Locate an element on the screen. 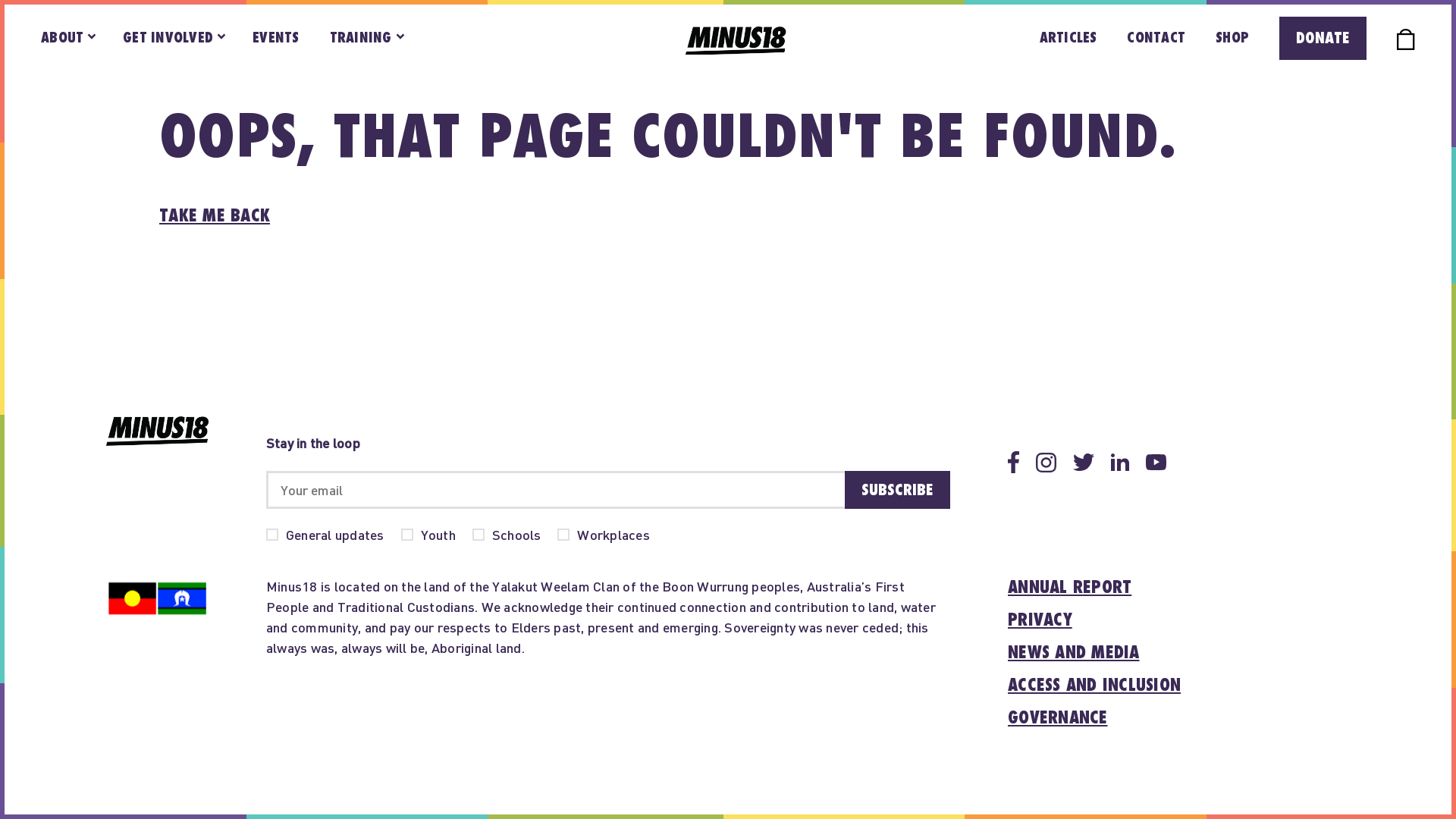 This screenshot has height=819, width=1456. 'PRIVACY' is located at coordinates (1008, 620).